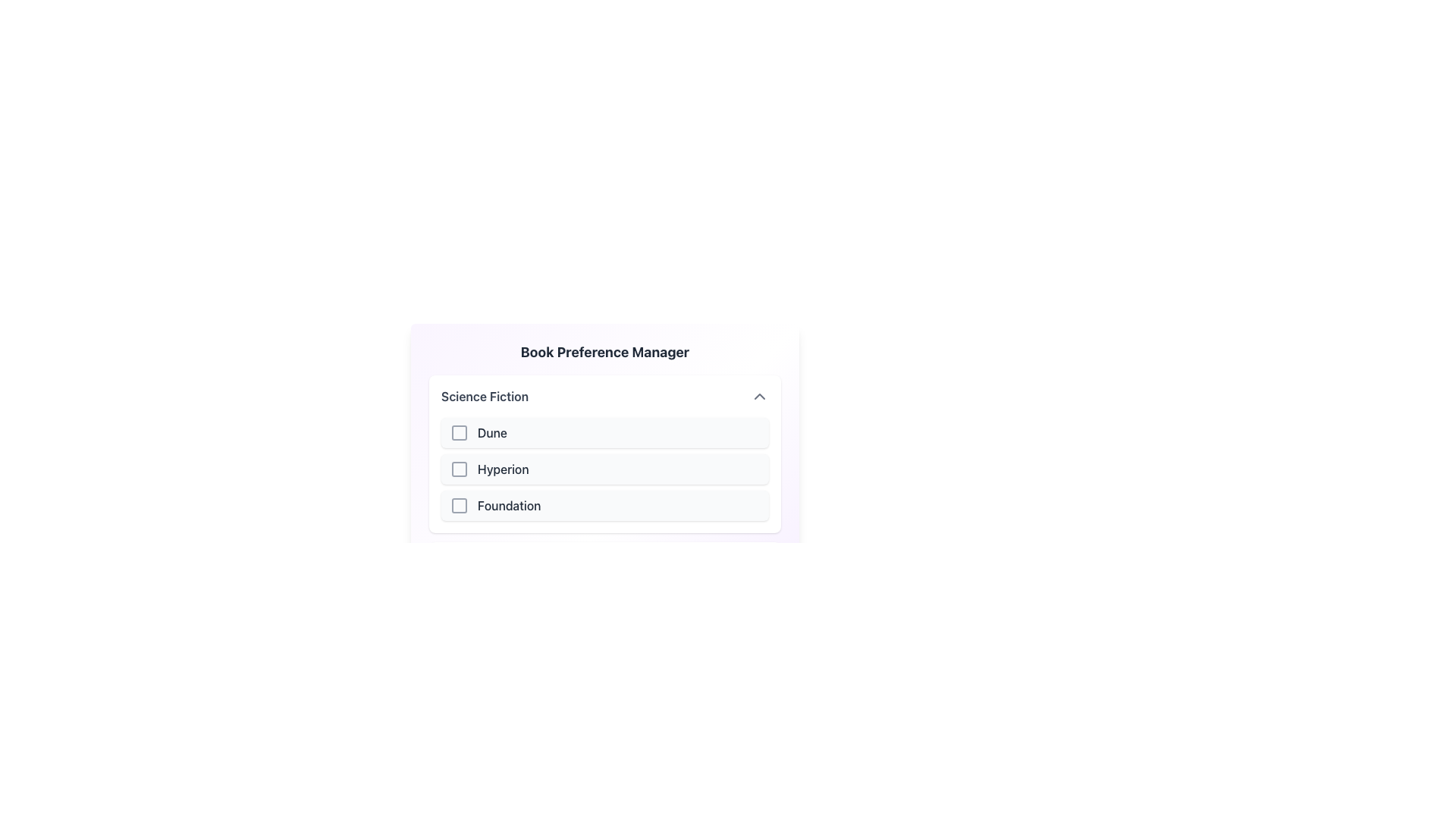  Describe the element at coordinates (458, 432) in the screenshot. I see `the checkbox selector located adjacent to the text label 'Dune' in the 'Science Fiction' list for keyboard interactions` at that location.